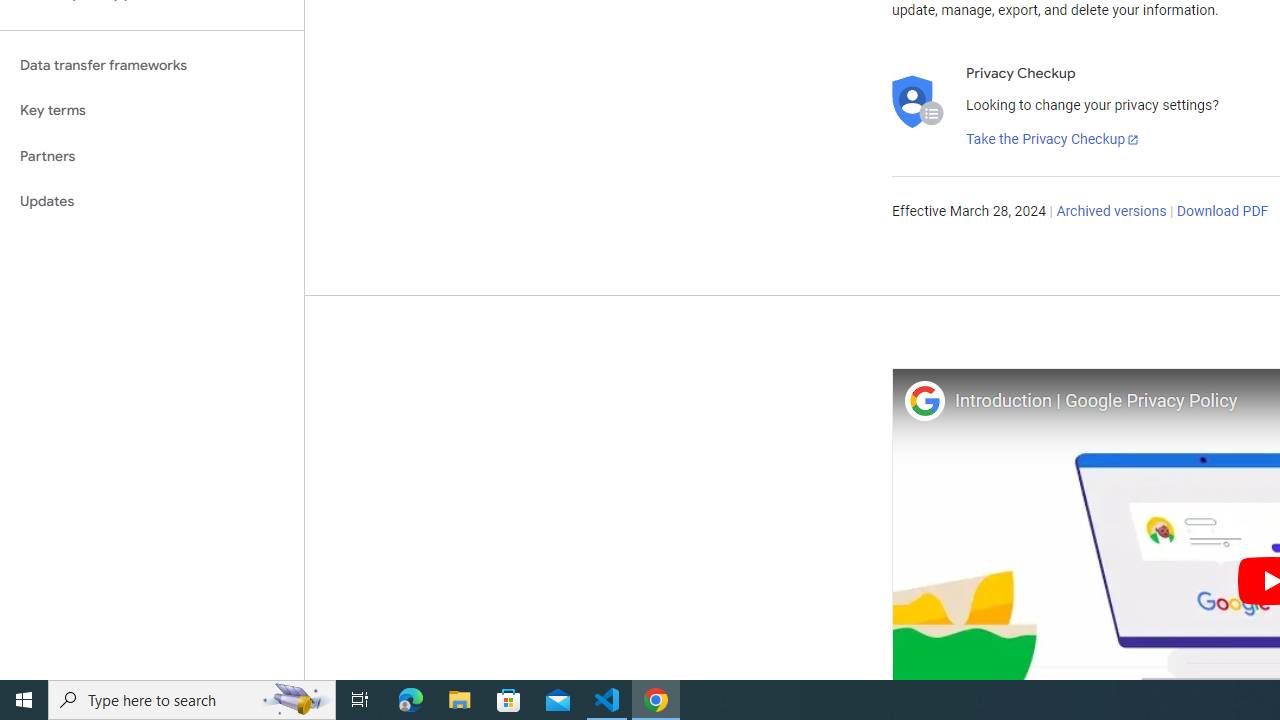 The height and width of the screenshot is (720, 1280). What do you see at coordinates (151, 64) in the screenshot?
I see `'Data transfer frameworks'` at bounding box center [151, 64].